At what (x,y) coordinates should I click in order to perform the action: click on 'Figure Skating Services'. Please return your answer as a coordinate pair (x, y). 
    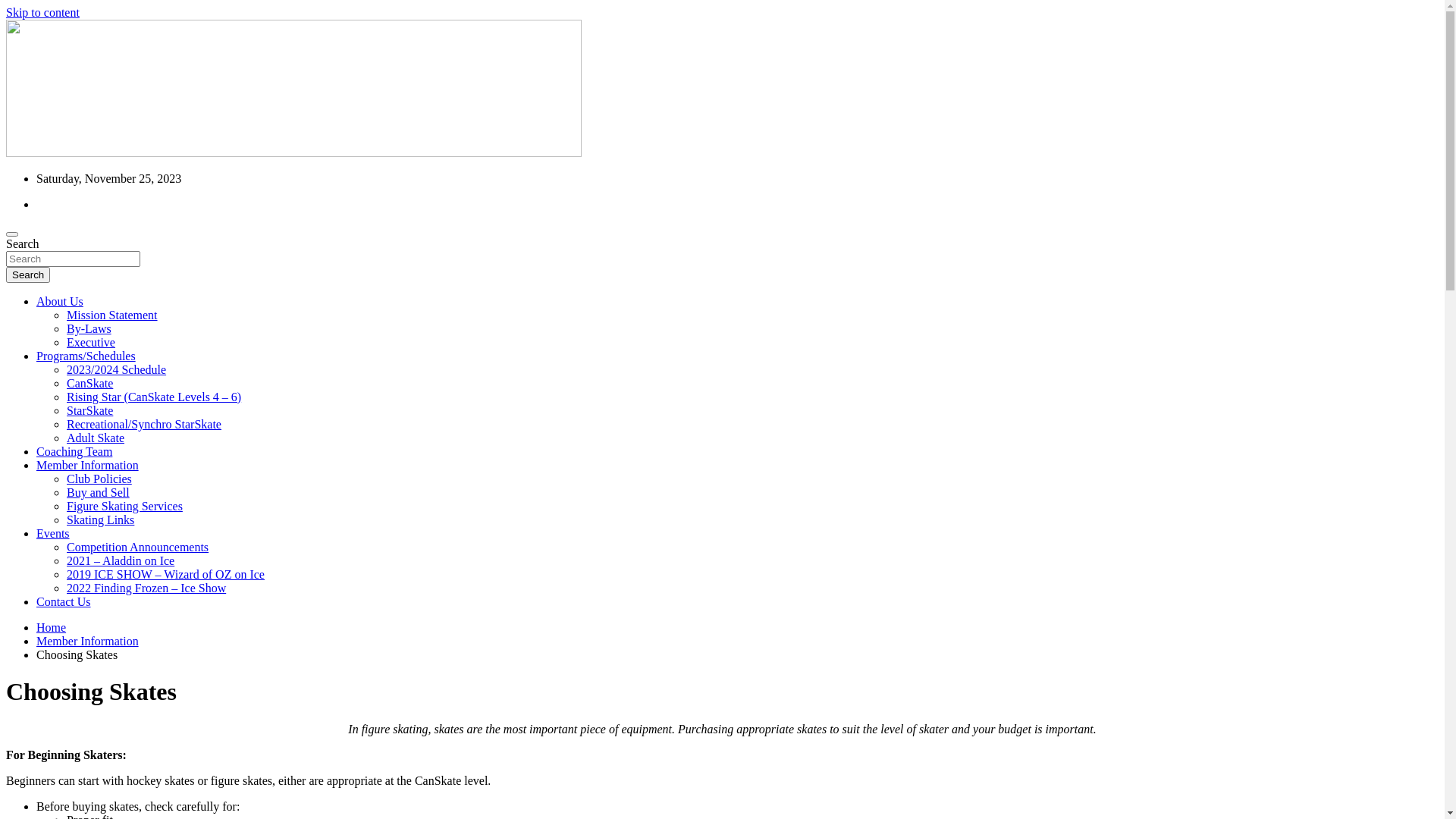
    Looking at the image, I should click on (124, 506).